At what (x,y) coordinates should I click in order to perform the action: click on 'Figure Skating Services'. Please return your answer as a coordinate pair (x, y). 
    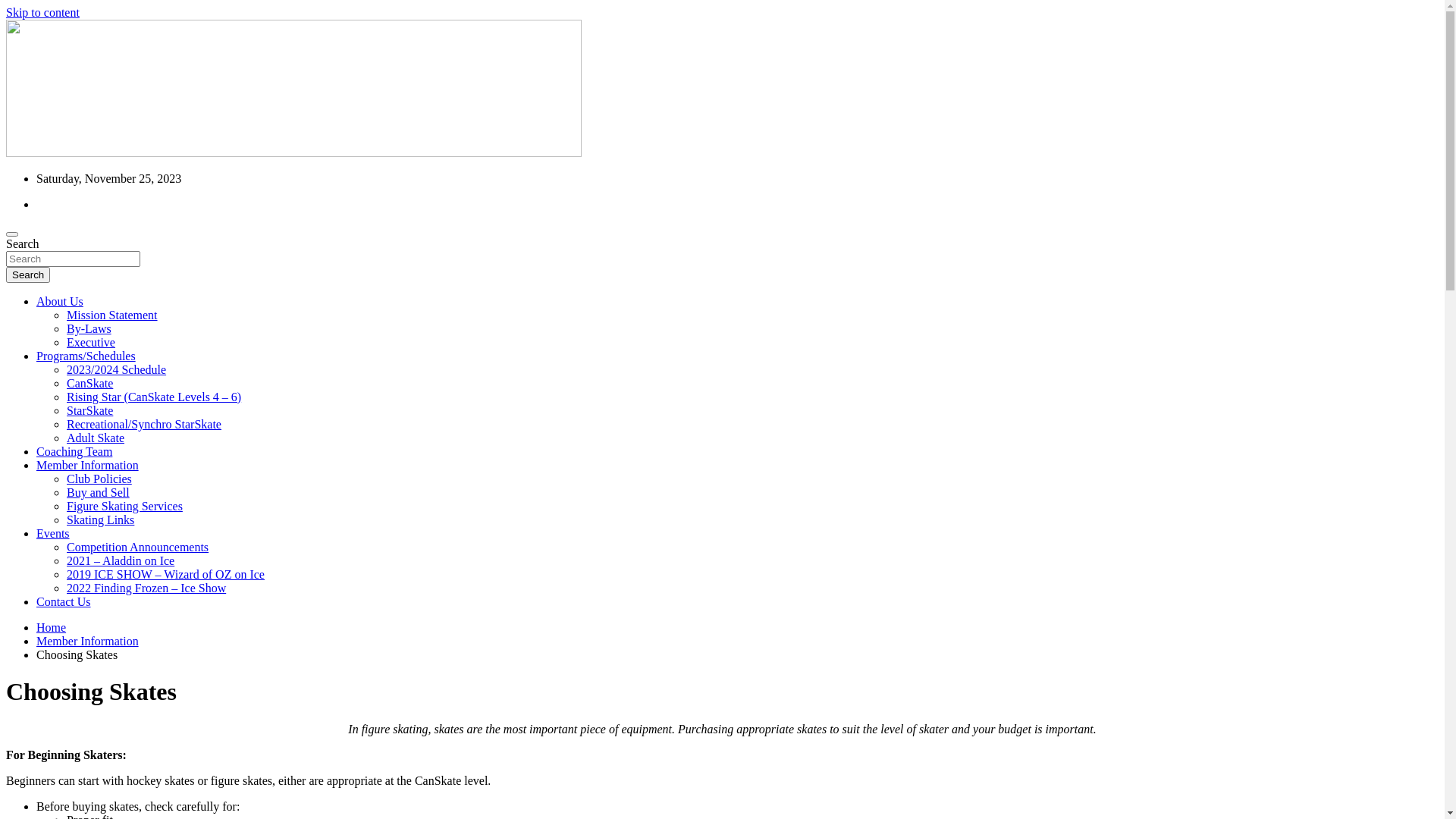
    Looking at the image, I should click on (124, 506).